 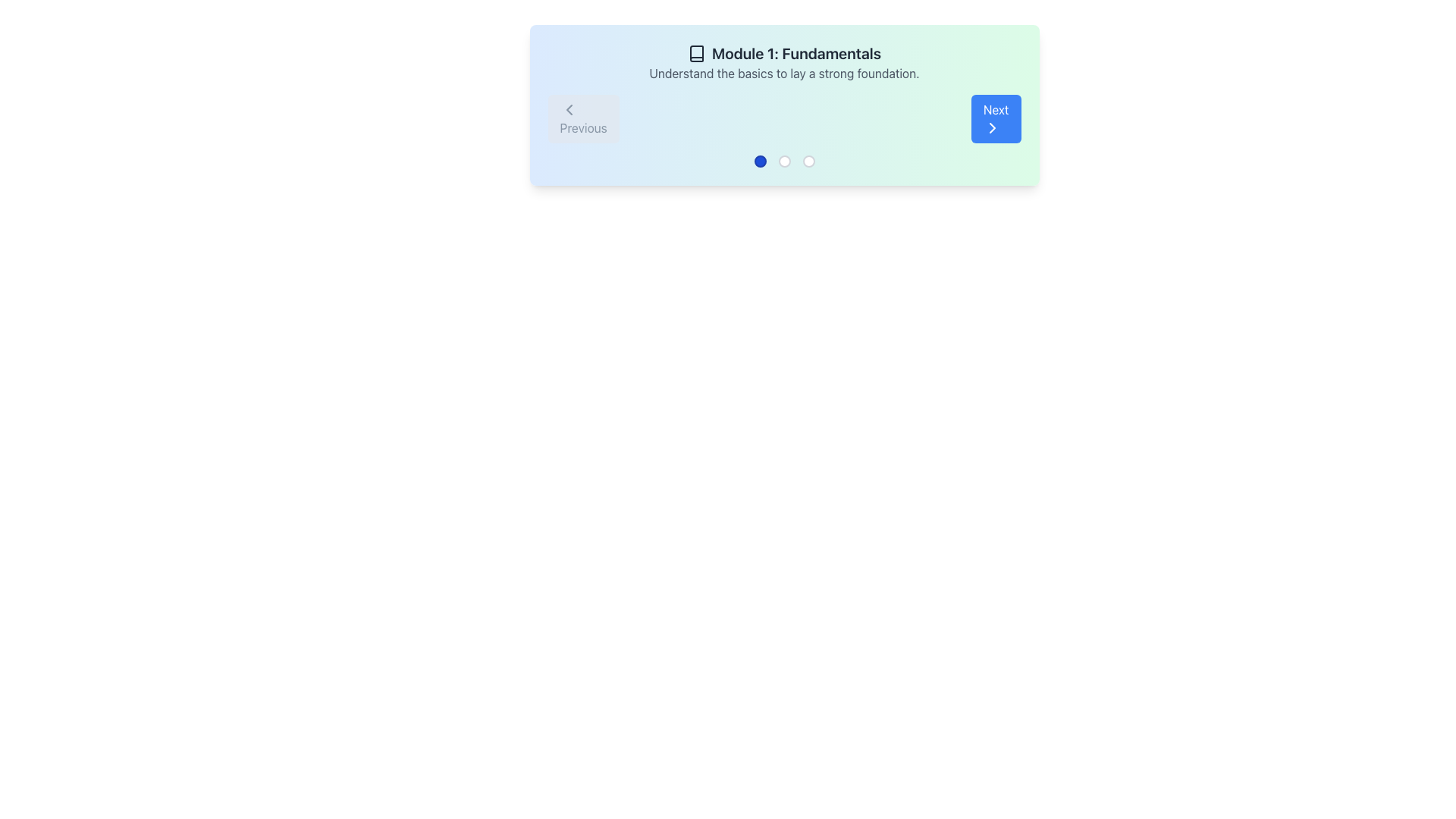 I want to click on the 'Previous' button, which is represented by an icon indicating backward navigation, located towards the left side of the interface, so click(x=568, y=109).